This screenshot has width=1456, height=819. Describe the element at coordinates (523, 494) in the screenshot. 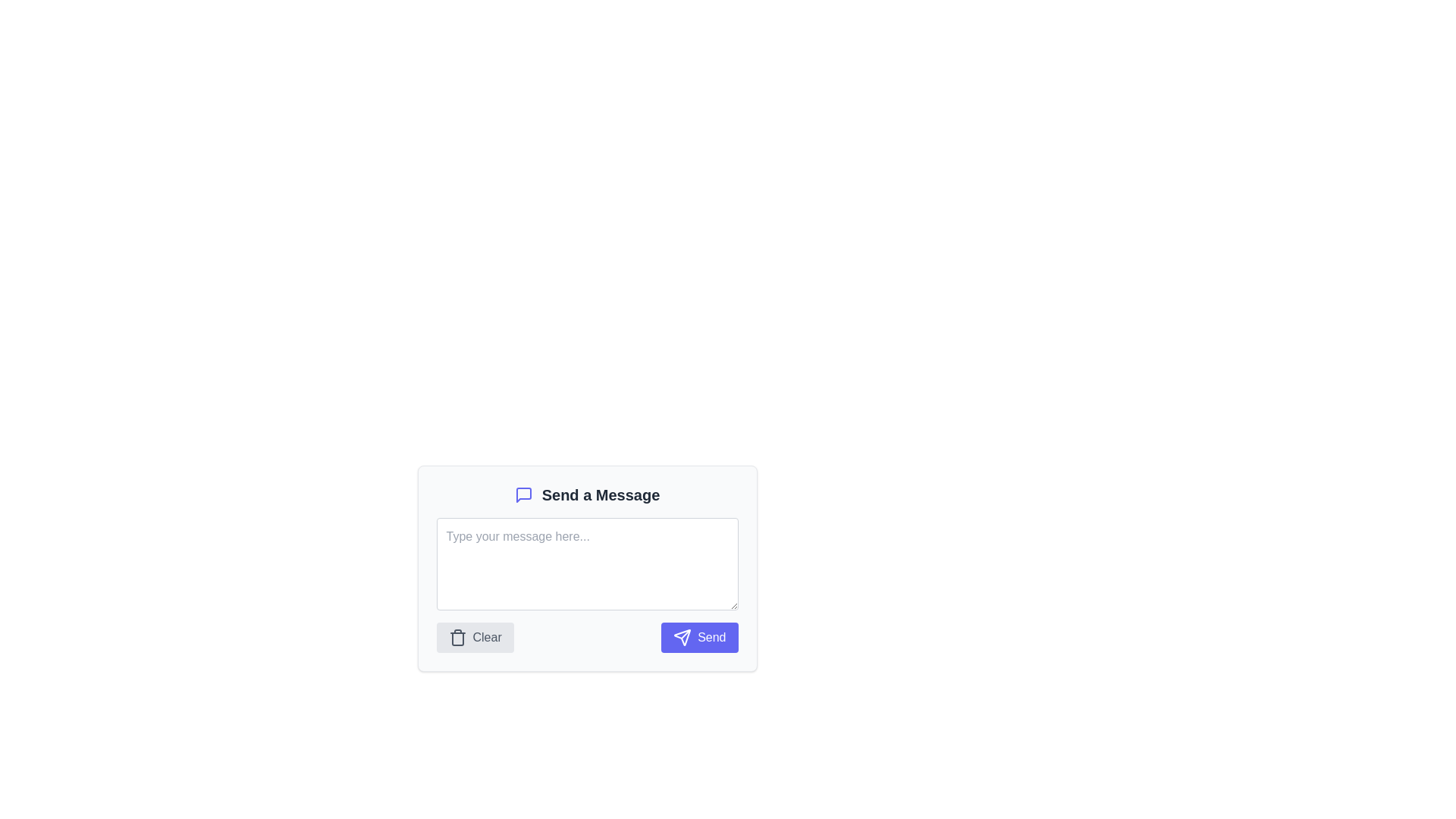

I see `the messaging icon located in the top-left corner of the messaging input box, adjacent to the 'Send a Message' text` at that location.